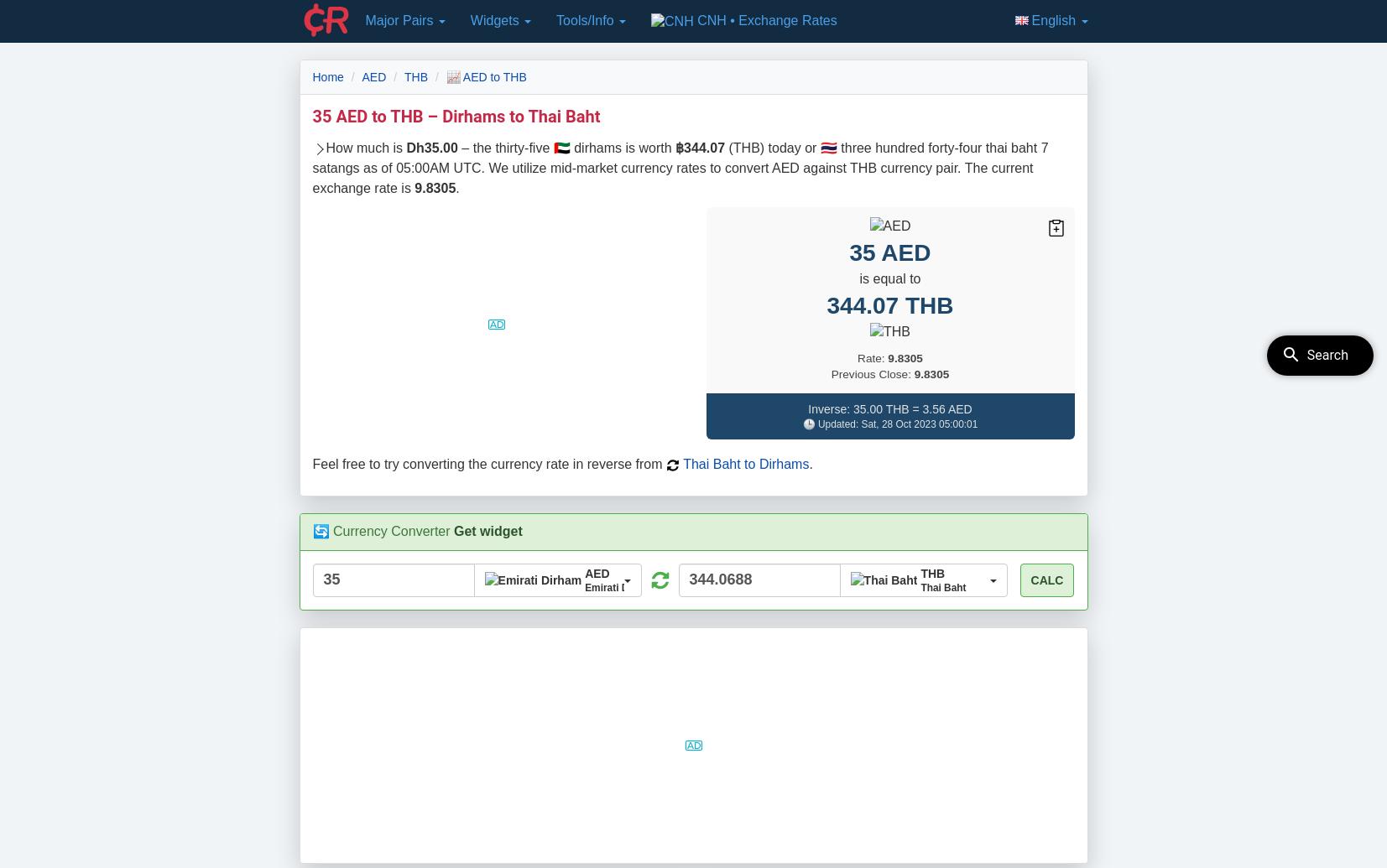 This screenshot has width=1387, height=868. What do you see at coordinates (399, 20) in the screenshot?
I see `'Major Pairs'` at bounding box center [399, 20].